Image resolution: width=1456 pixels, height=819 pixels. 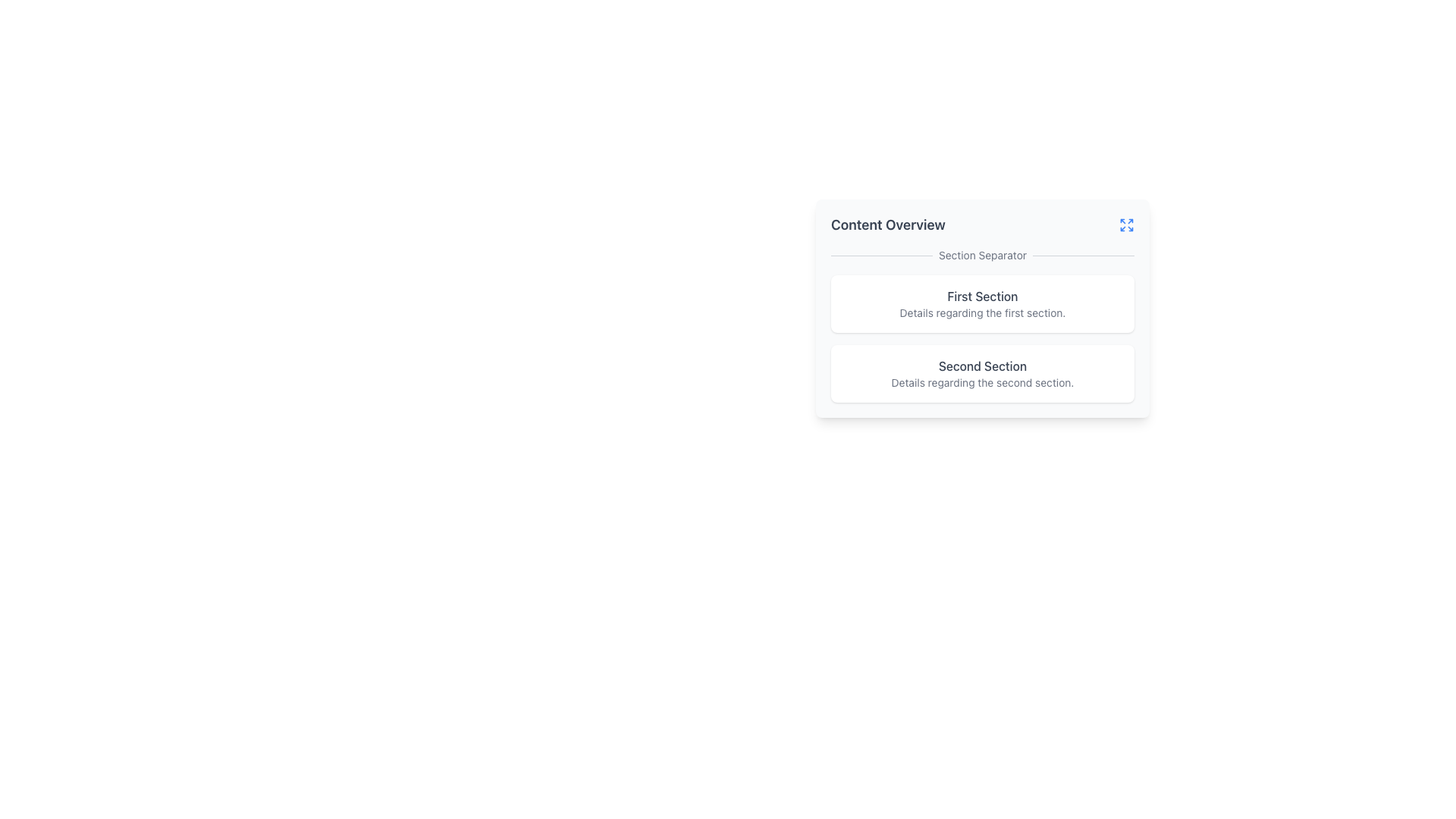 What do you see at coordinates (983, 382) in the screenshot?
I see `the descriptive text label located directly below the 'Second Section' heading, which provides additional information about that section` at bounding box center [983, 382].